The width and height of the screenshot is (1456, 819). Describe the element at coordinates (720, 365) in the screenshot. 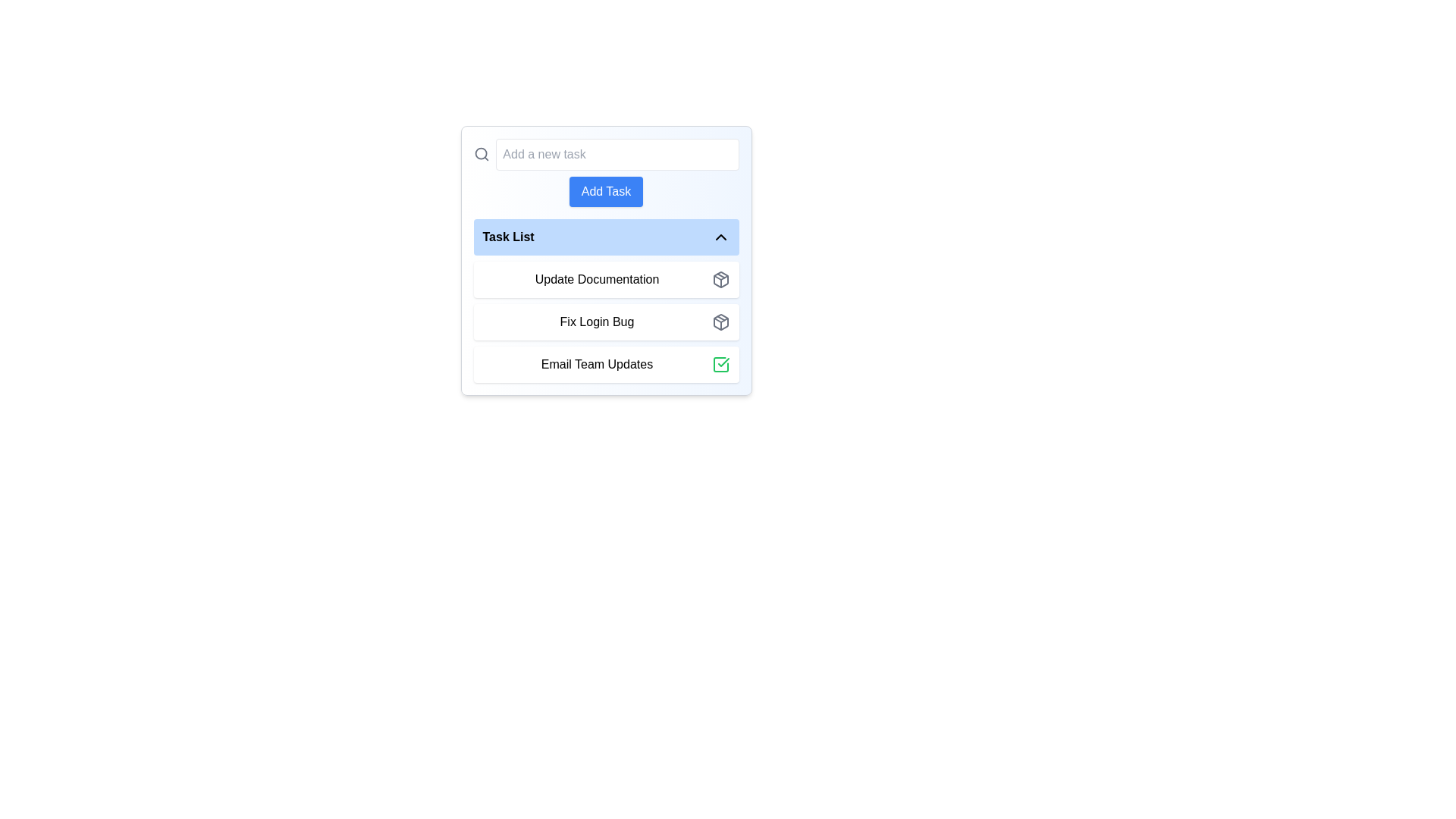

I see `the checkbox icon indicating task completion status for the item 'Email Team Updates'` at that location.